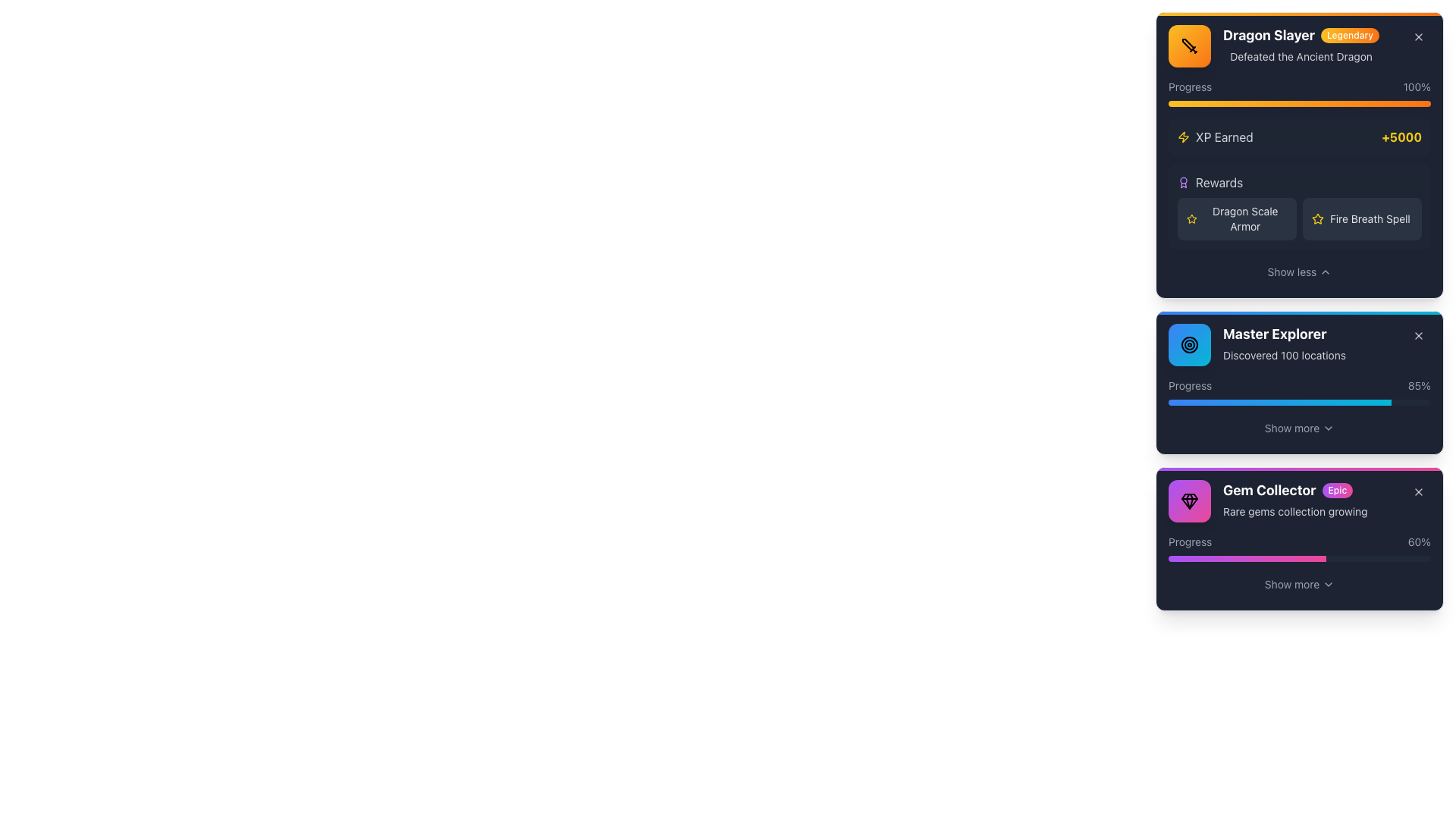 The height and width of the screenshot is (819, 1456). Describe the element at coordinates (1189, 500) in the screenshot. I see `the decorative marker icon for the 'Gem Collector' section, located on the left side as its visual identifier` at that location.